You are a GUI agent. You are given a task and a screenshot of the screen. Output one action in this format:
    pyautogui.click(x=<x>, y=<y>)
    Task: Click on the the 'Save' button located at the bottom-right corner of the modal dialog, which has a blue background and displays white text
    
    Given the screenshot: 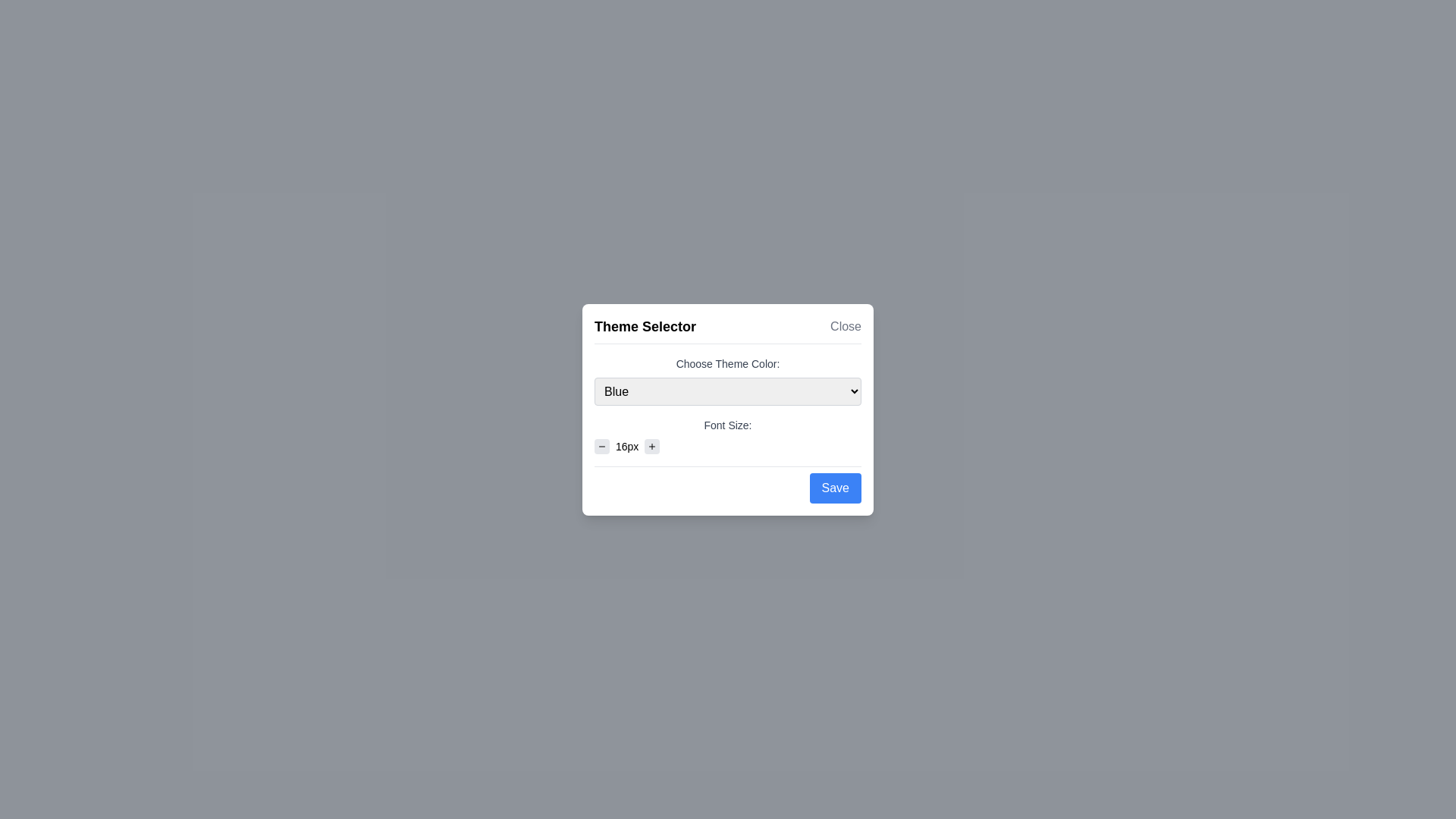 What is the action you would take?
    pyautogui.click(x=834, y=488)
    